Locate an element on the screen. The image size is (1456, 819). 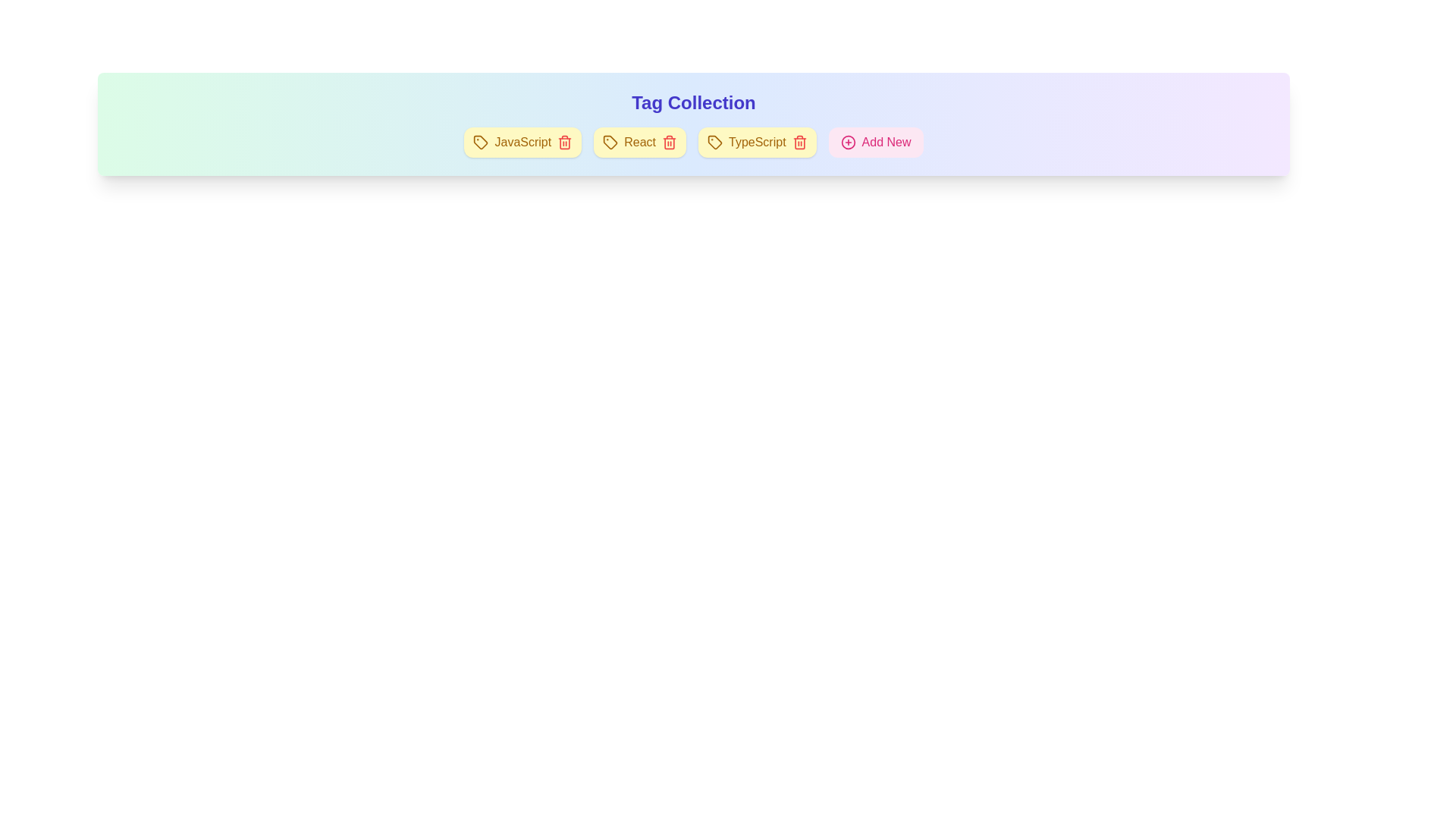
the SVG-based icon representing the 'TypeScript' tag, located to the left of the text 'TypeScript' in the tag collection section at the top of the interface is located at coordinates (714, 143).